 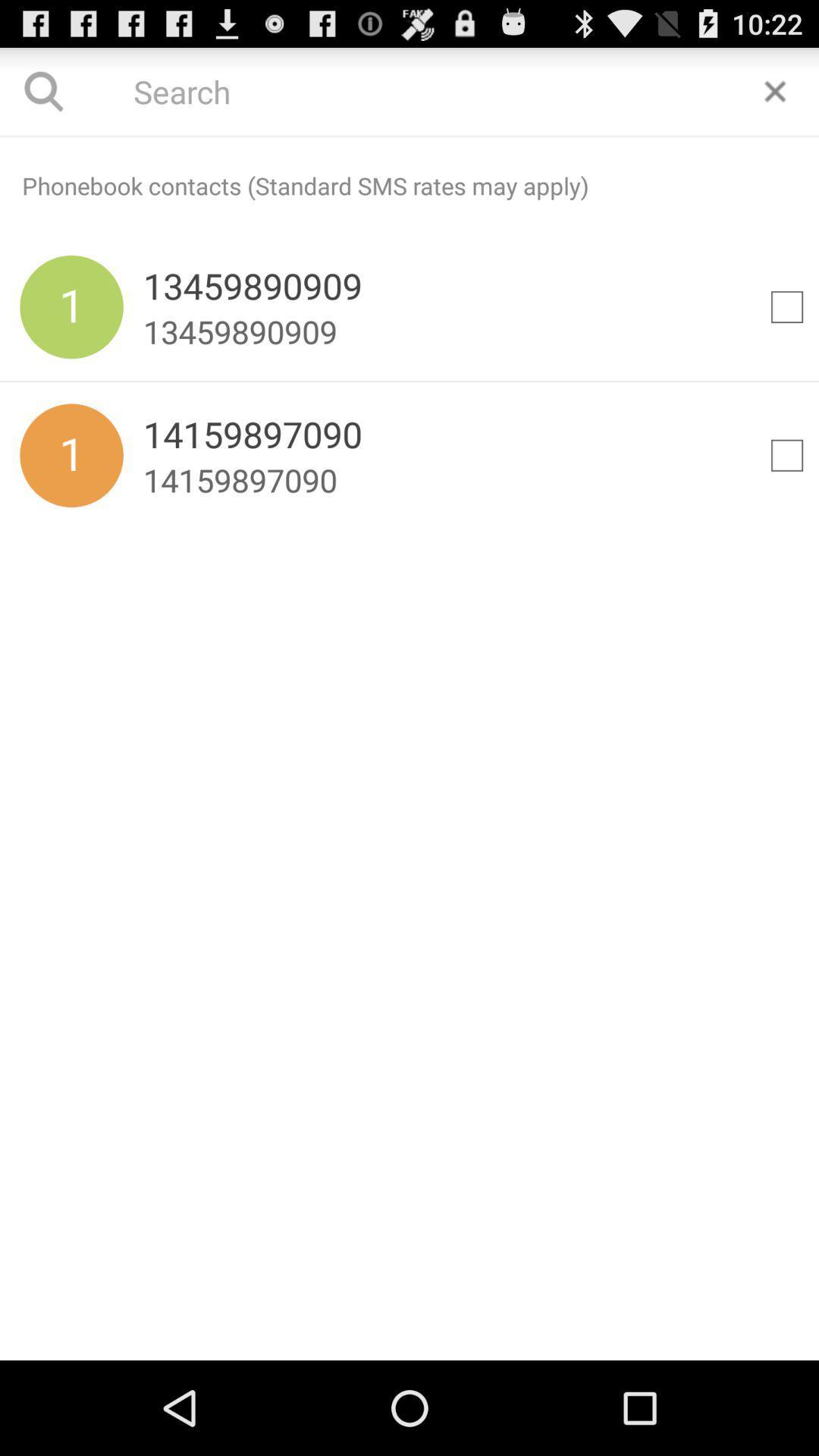 I want to click on write search terms, so click(x=409, y=136).